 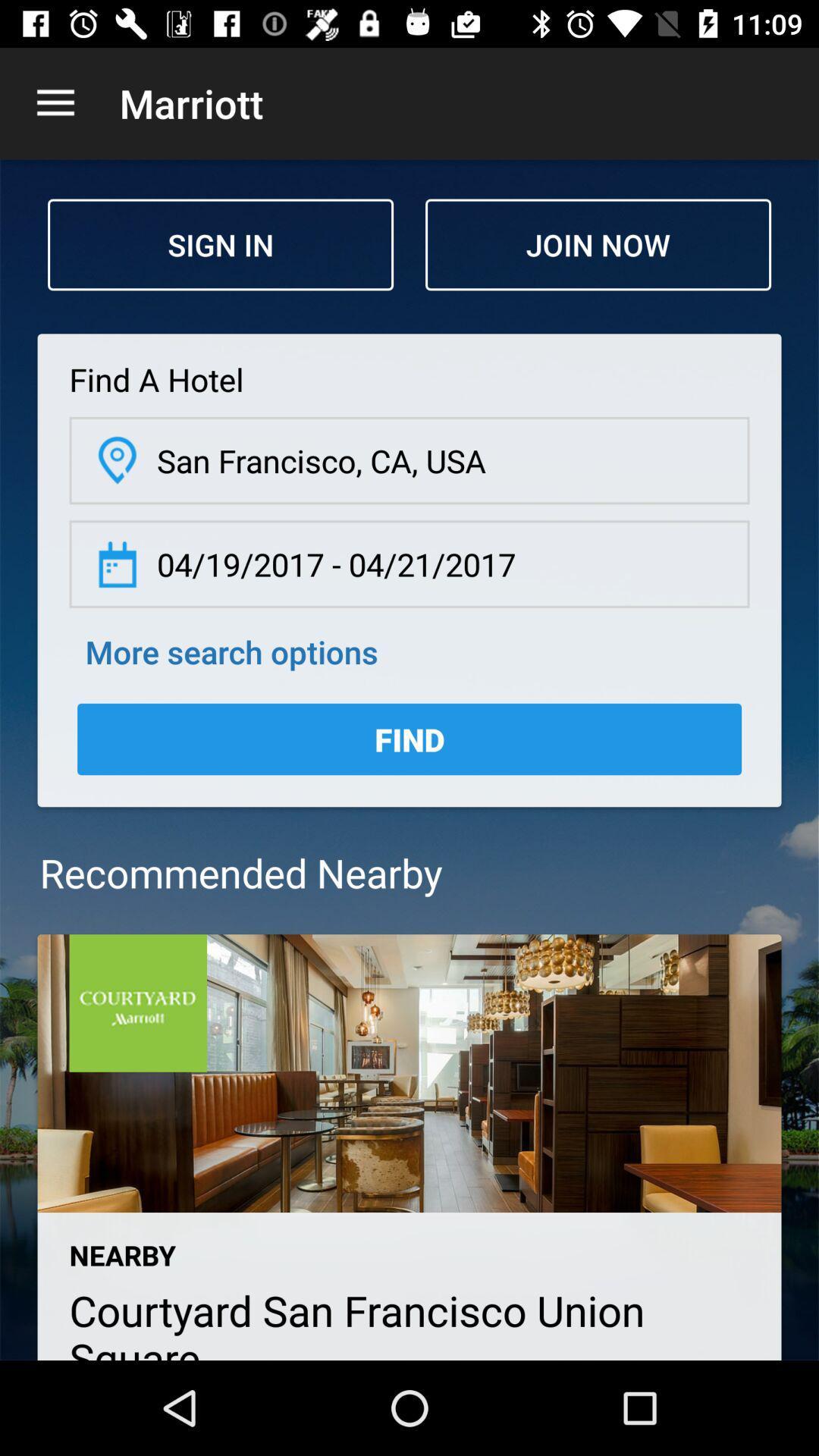 What do you see at coordinates (55, 102) in the screenshot?
I see `the icon to the left of the marriott icon` at bounding box center [55, 102].